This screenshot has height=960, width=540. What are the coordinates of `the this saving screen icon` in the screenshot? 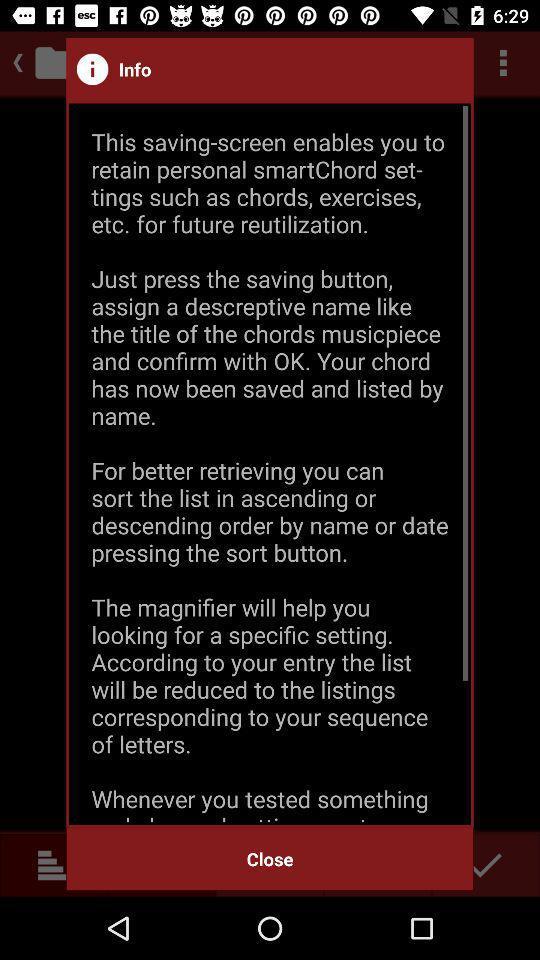 It's located at (270, 464).